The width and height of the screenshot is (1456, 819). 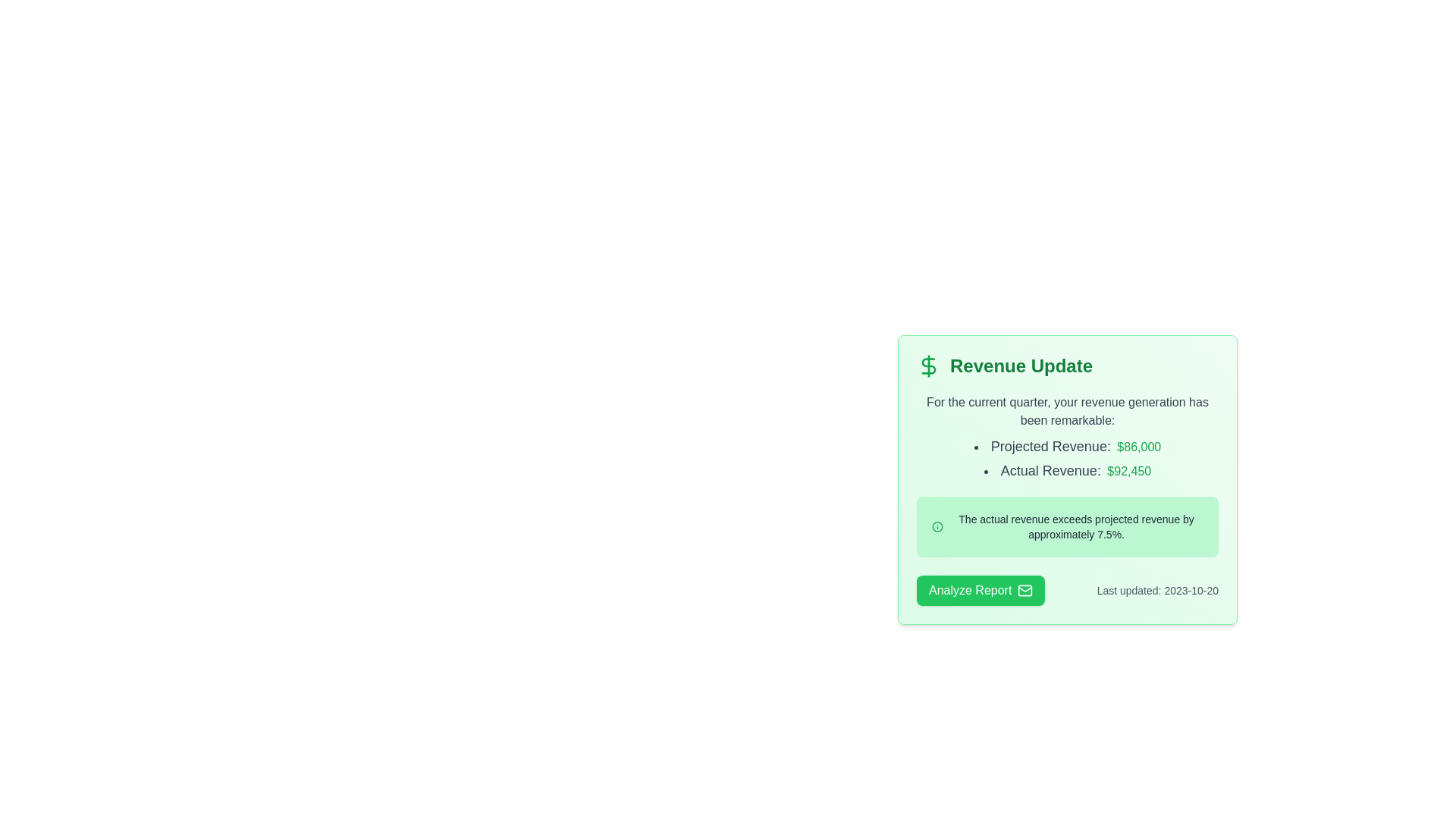 What do you see at coordinates (1066, 470) in the screenshot?
I see `the text label displaying 'Actual Revenue: $92,450' which is the second item in a bulleted list within the 'Revenue Update' panel` at bounding box center [1066, 470].